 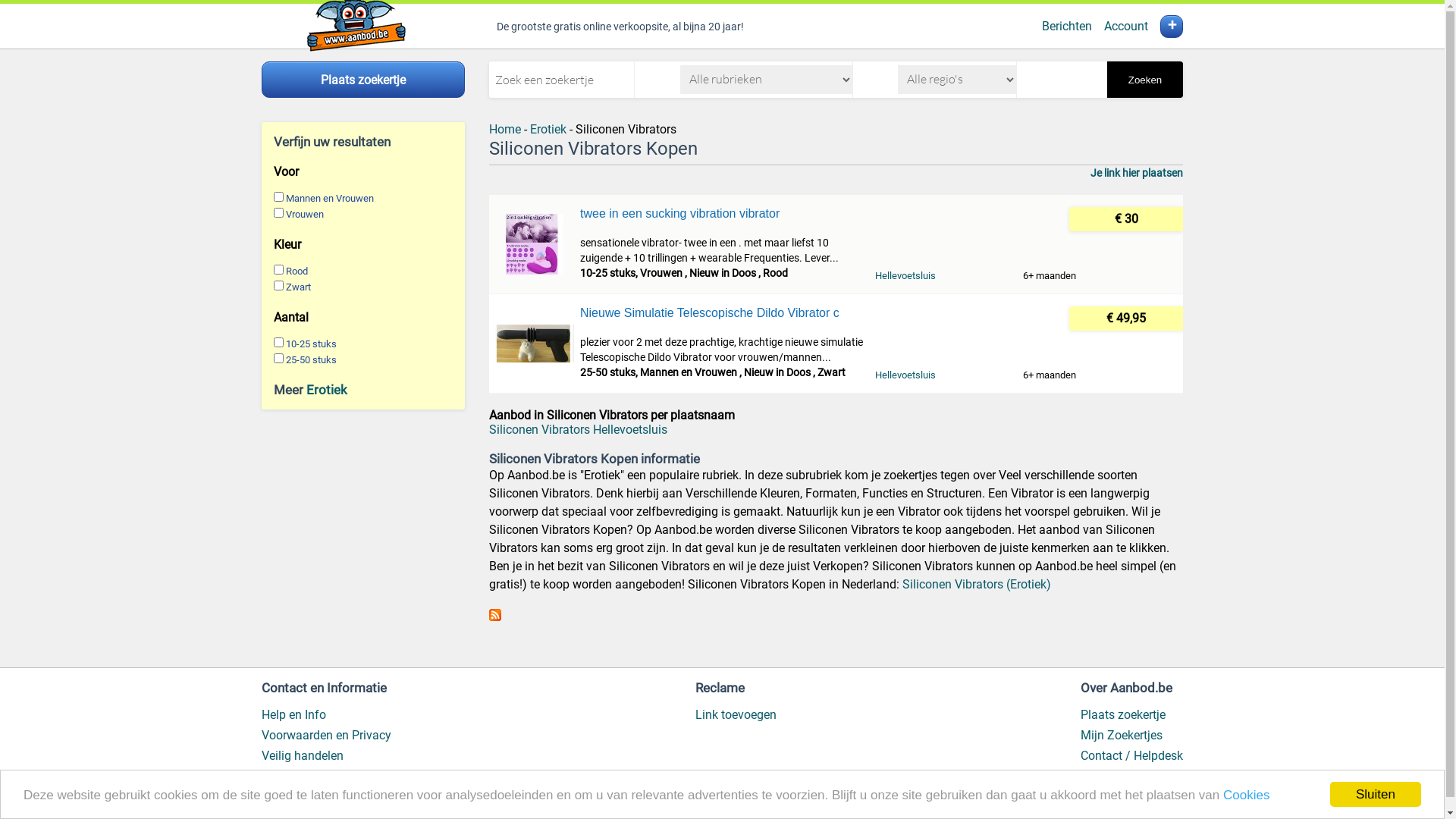 What do you see at coordinates (1125, 26) in the screenshot?
I see `'Account'` at bounding box center [1125, 26].